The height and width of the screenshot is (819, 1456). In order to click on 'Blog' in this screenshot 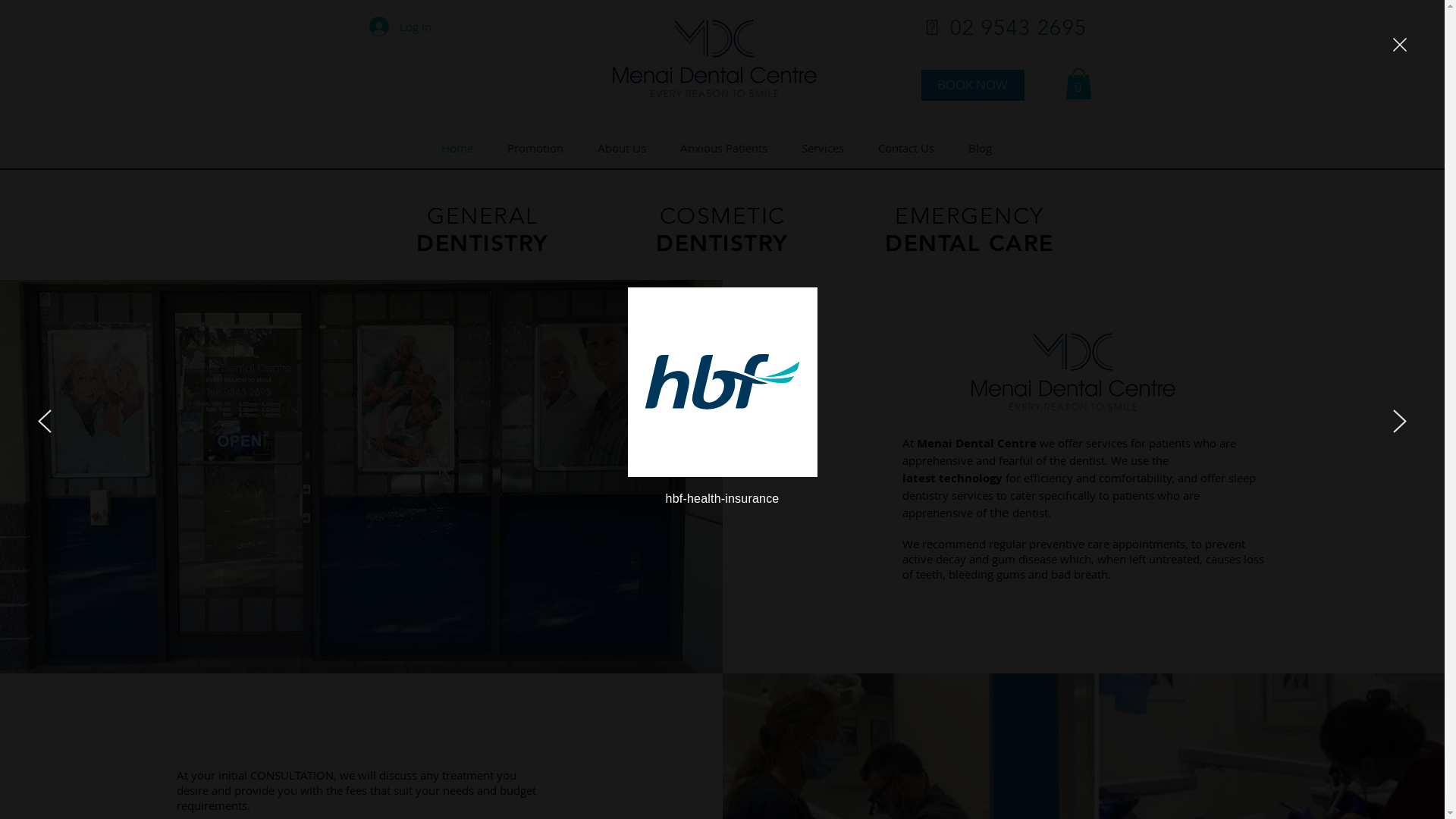, I will do `click(985, 147)`.